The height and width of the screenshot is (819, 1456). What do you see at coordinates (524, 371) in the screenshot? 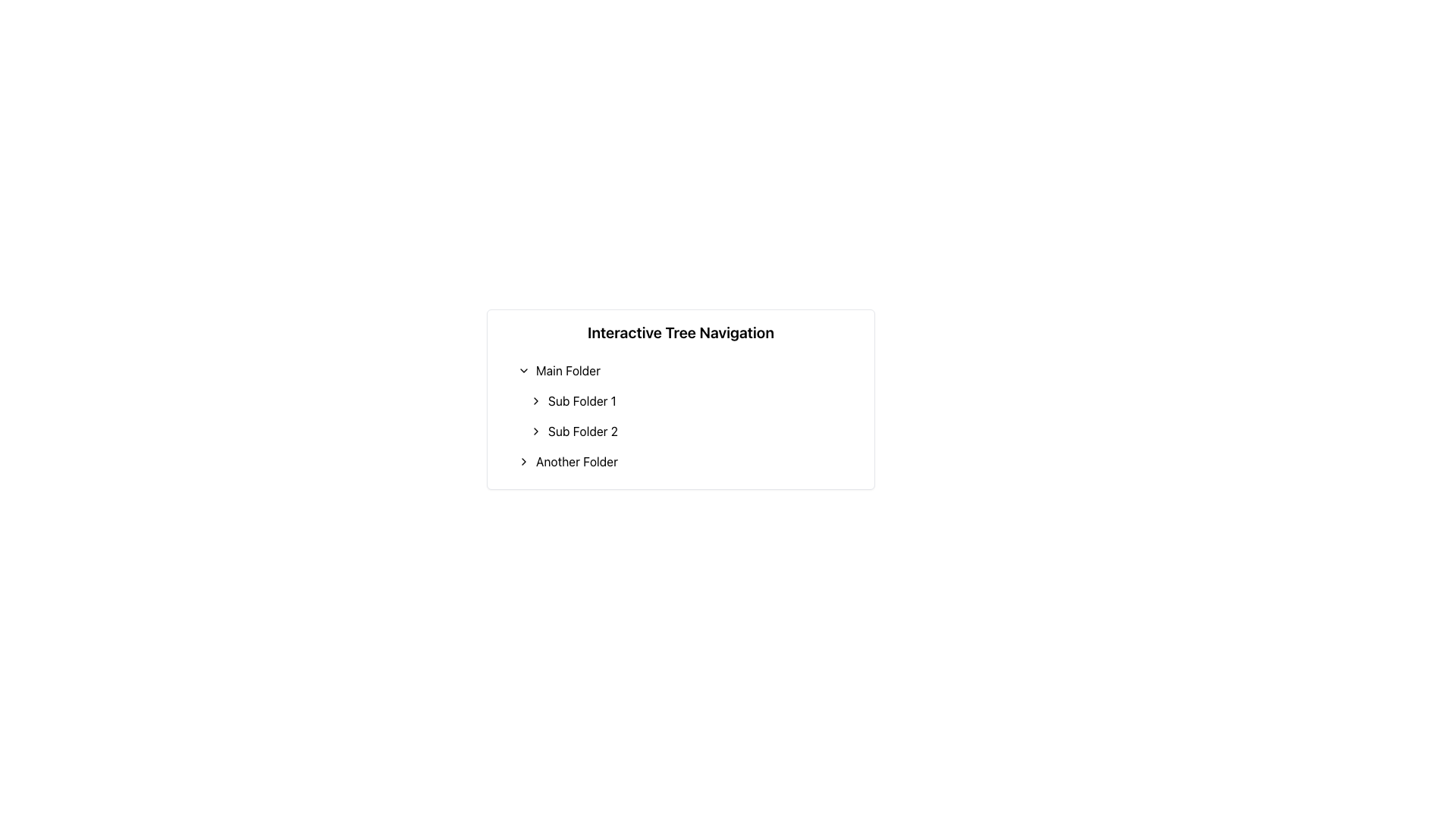
I see `the downward-facing chevron icon next to the 'Main Folder' label` at bounding box center [524, 371].